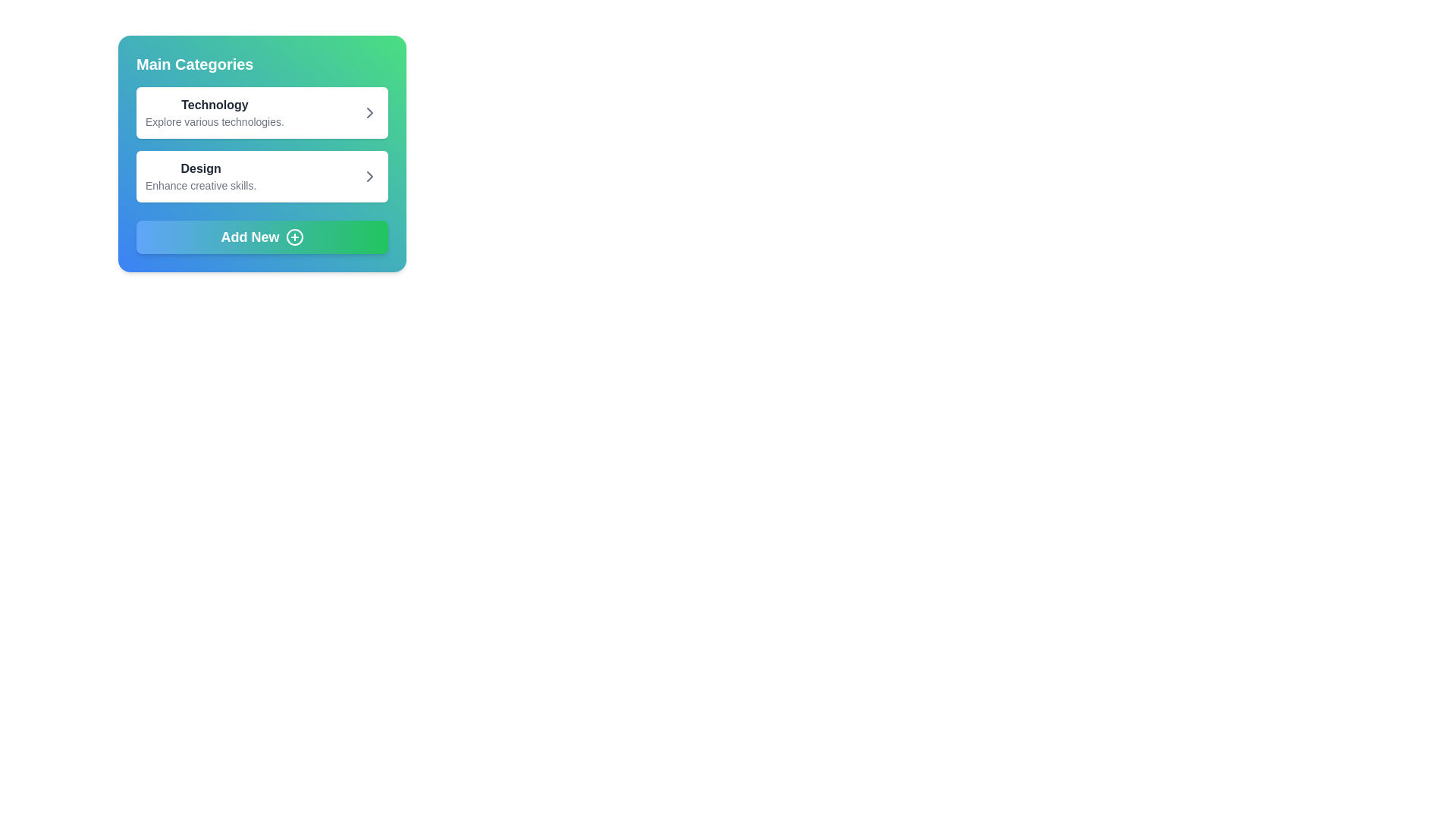 The width and height of the screenshot is (1456, 819). I want to click on the second and smaller chevron icon located to the far-right of the 'Design' section in the 'Main Categories' panel, so click(370, 175).